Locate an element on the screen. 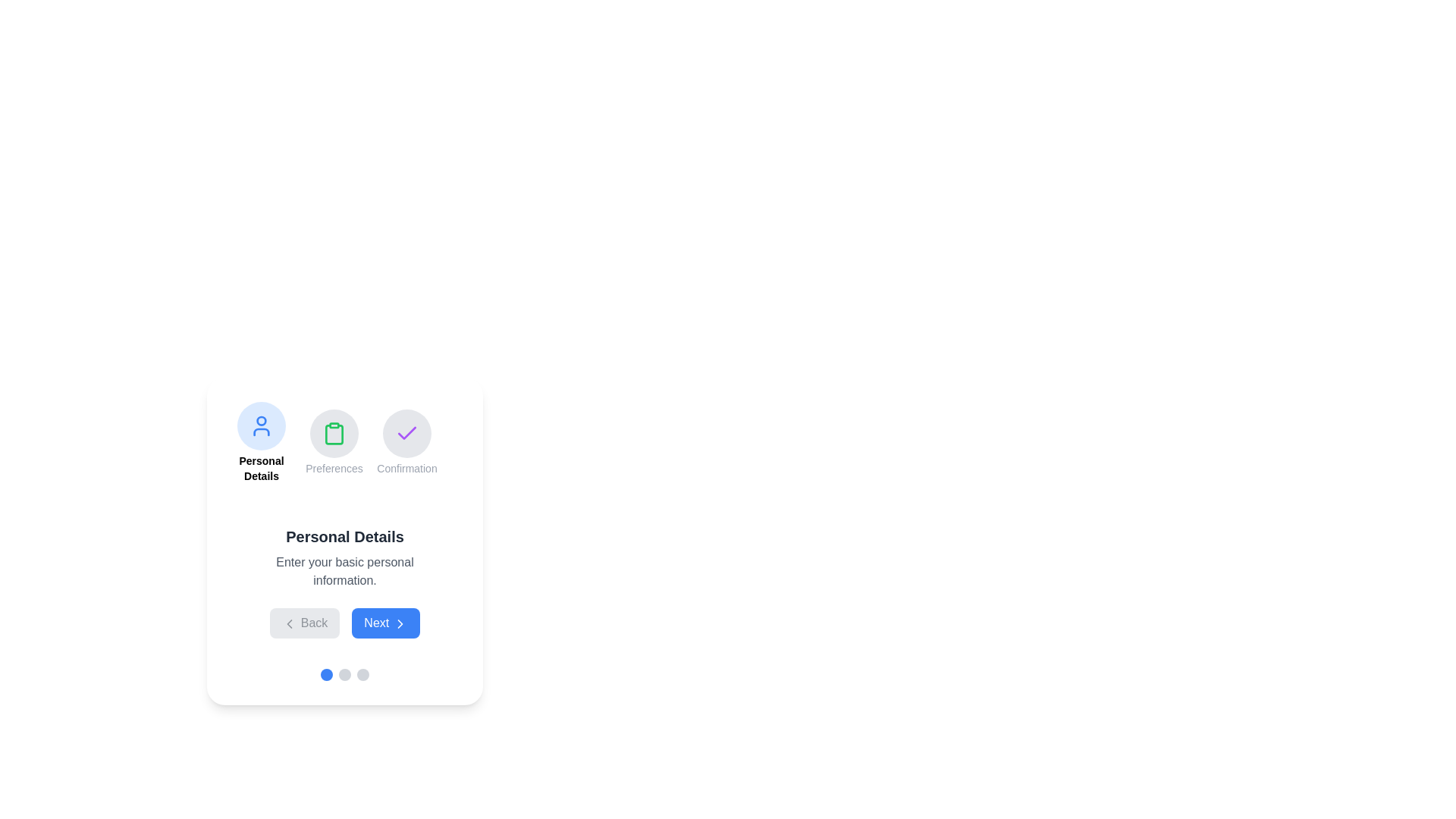 The height and width of the screenshot is (819, 1456). the 'Preferences' text label, which indicates the current step in the multi-step process and is positioned vertically beneath a green clipboard icon is located at coordinates (334, 467).